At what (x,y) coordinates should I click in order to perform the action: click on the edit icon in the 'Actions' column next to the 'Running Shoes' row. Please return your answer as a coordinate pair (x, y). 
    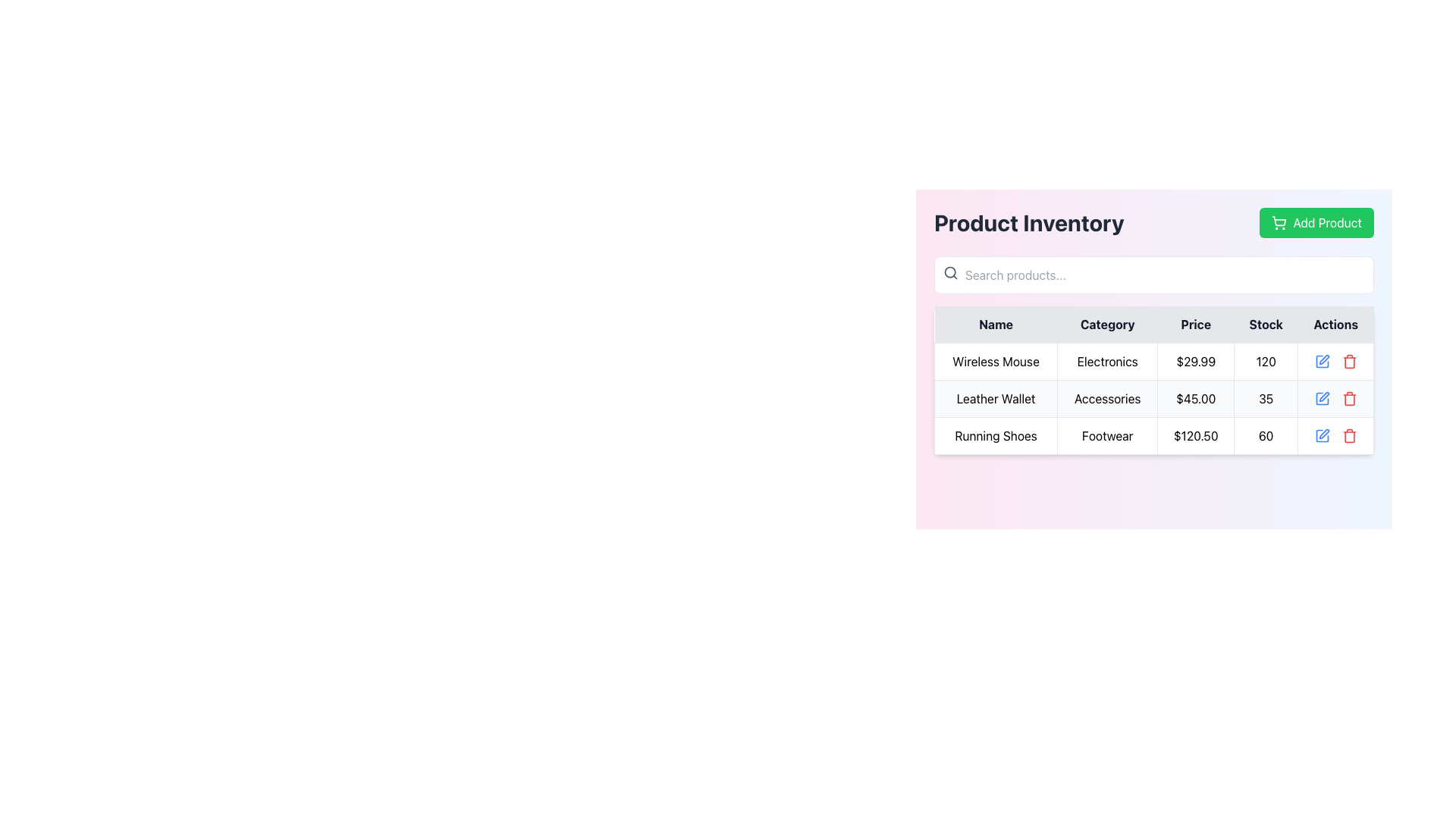
    Looking at the image, I should click on (1323, 434).